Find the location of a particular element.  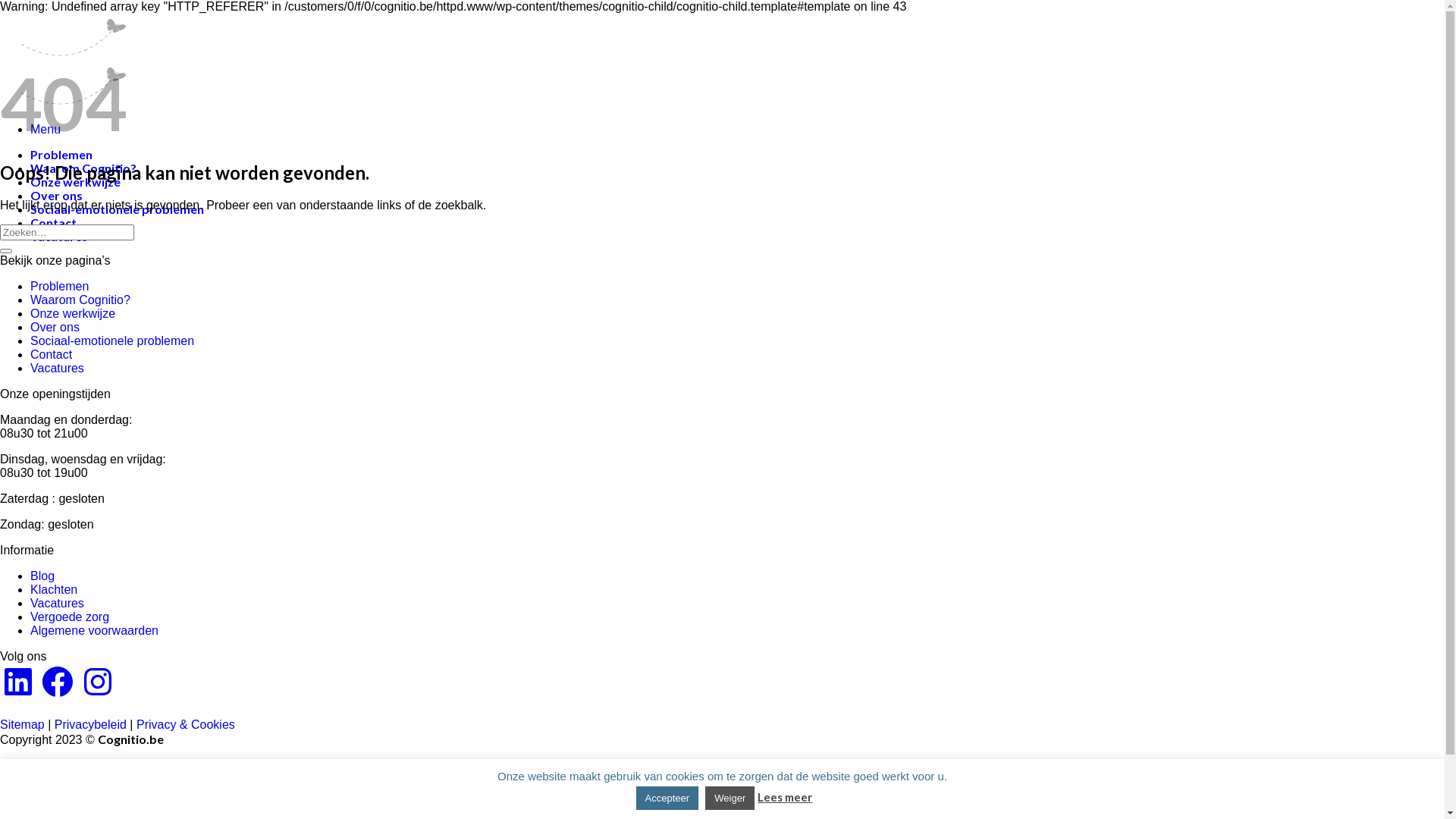

'Over ons' is located at coordinates (55, 326).